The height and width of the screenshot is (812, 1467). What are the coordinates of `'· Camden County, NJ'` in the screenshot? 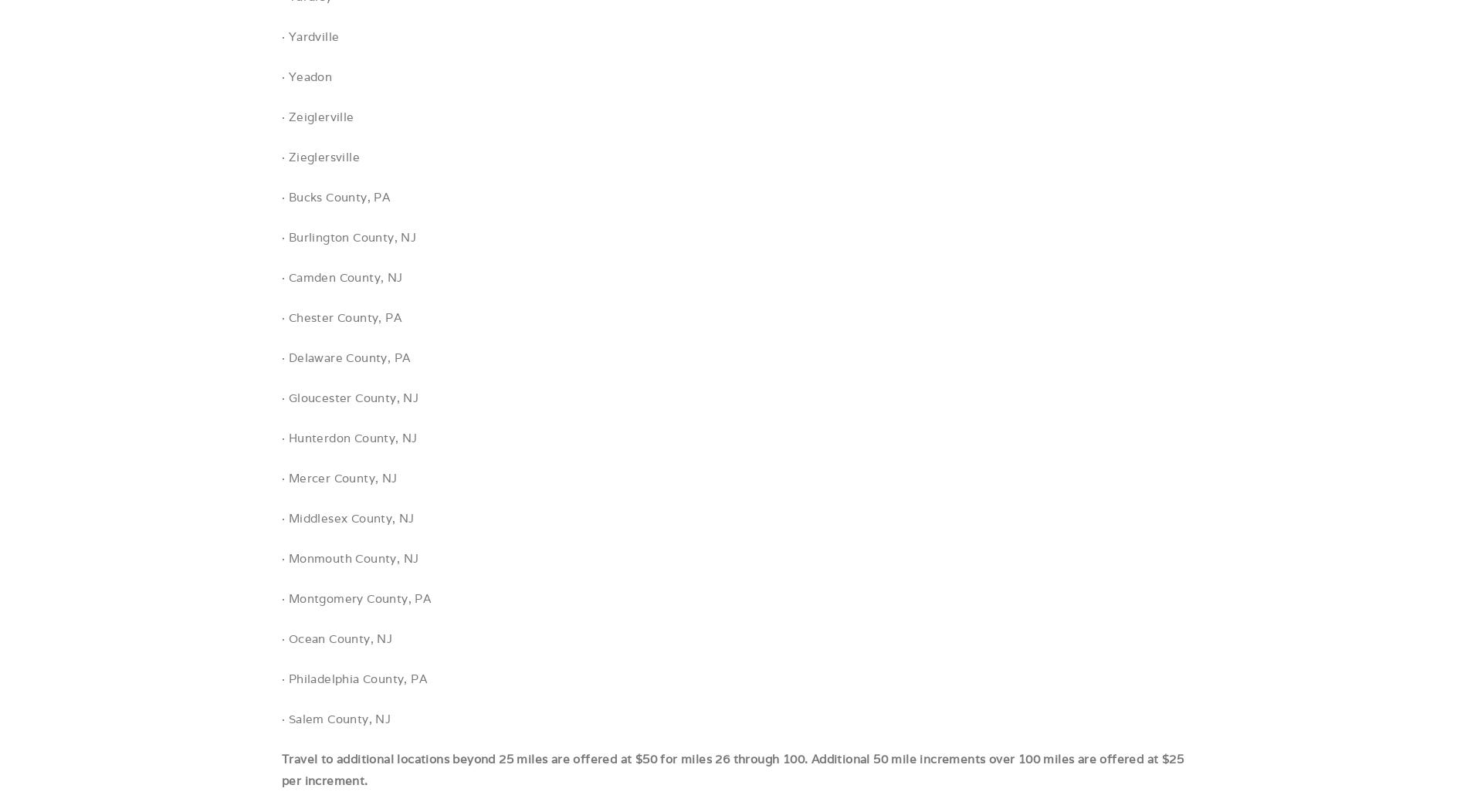 It's located at (341, 277).